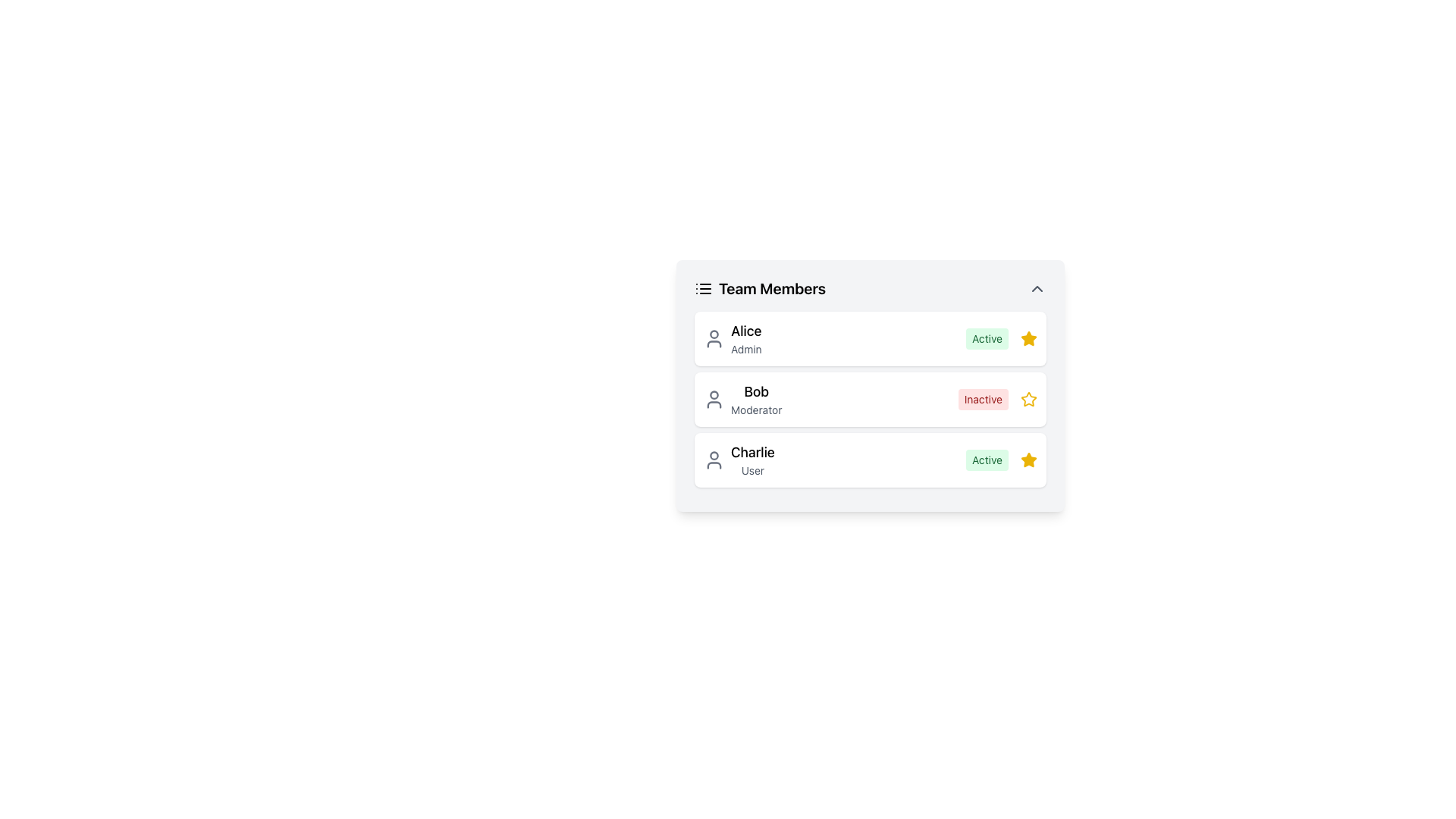  What do you see at coordinates (760, 289) in the screenshot?
I see `the 'Team Members' heading with an icon` at bounding box center [760, 289].